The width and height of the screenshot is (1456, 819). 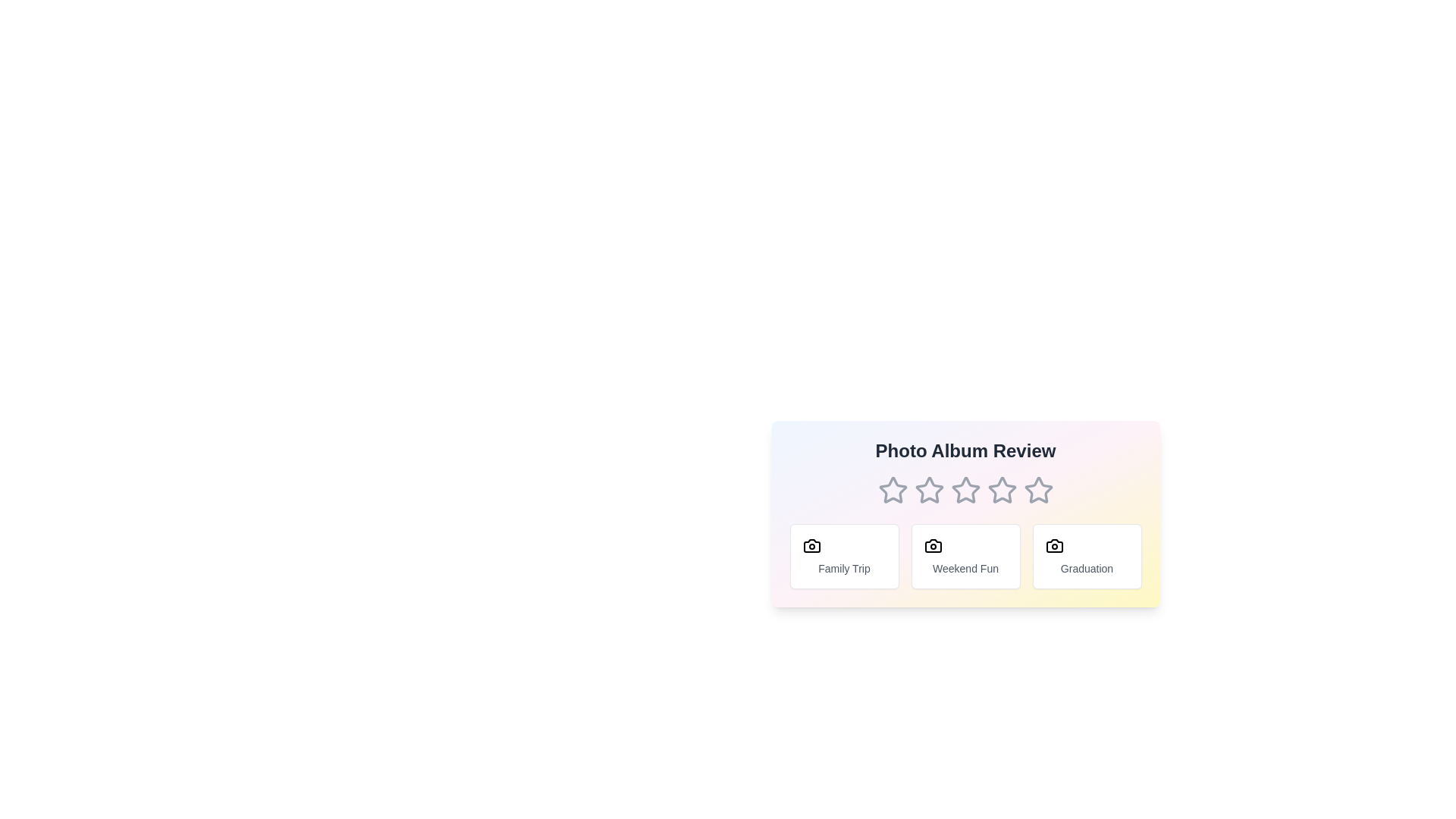 I want to click on the 2 star to set the rating, so click(x=928, y=491).